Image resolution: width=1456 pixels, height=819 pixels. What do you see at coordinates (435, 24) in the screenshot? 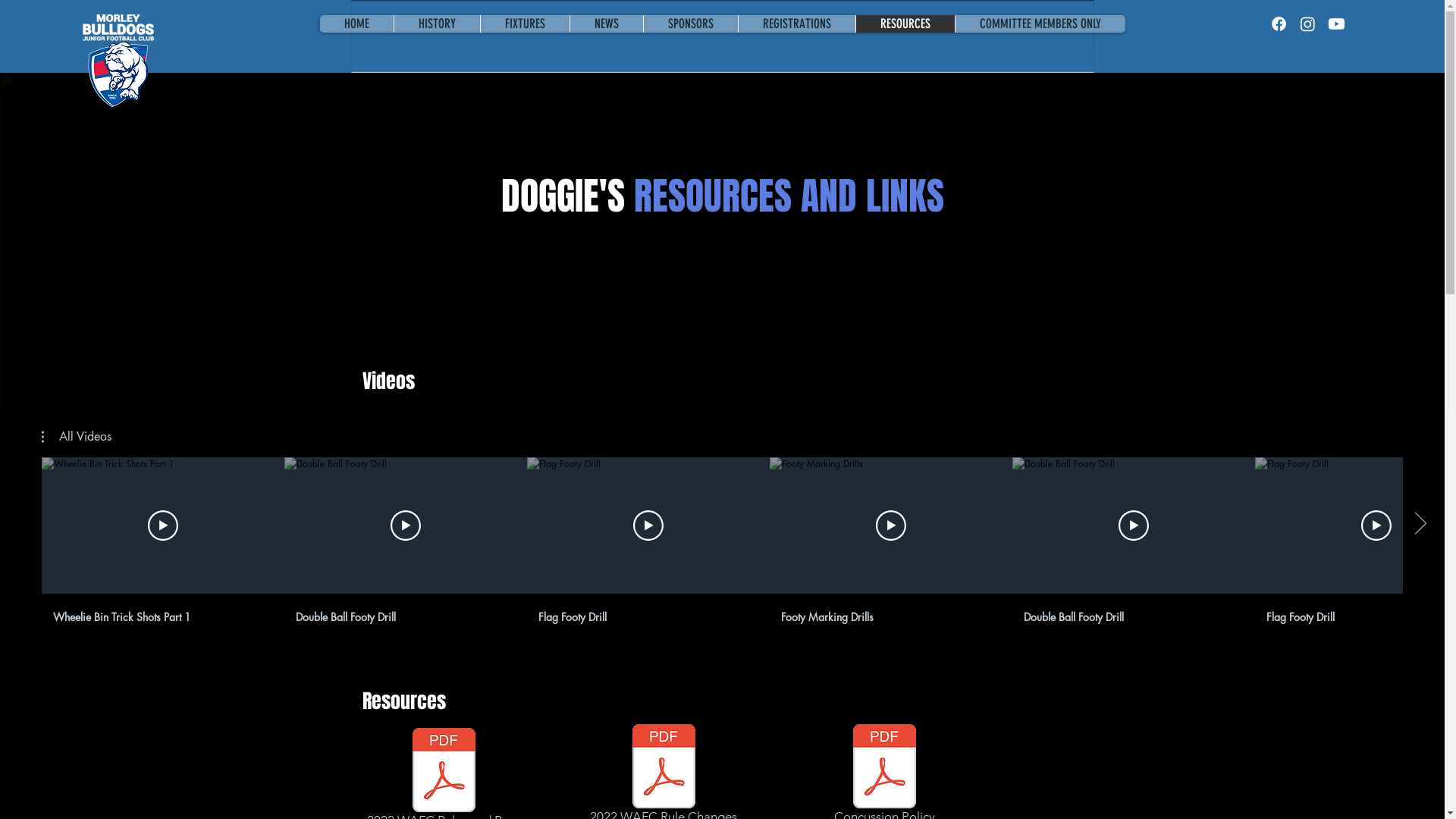
I see `'HISTORY'` at bounding box center [435, 24].